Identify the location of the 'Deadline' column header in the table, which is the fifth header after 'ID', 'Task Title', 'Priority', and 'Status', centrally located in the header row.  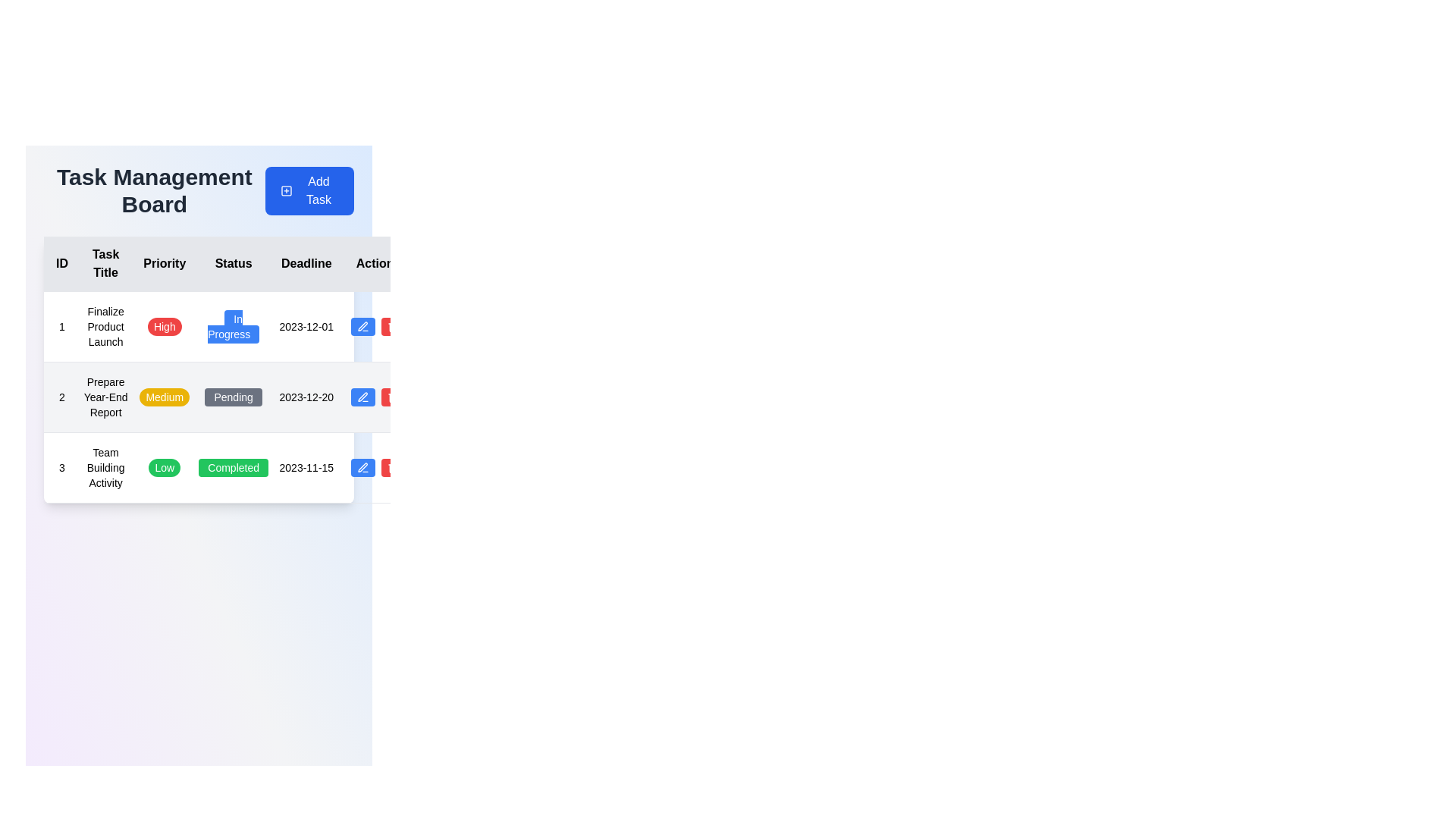
(306, 263).